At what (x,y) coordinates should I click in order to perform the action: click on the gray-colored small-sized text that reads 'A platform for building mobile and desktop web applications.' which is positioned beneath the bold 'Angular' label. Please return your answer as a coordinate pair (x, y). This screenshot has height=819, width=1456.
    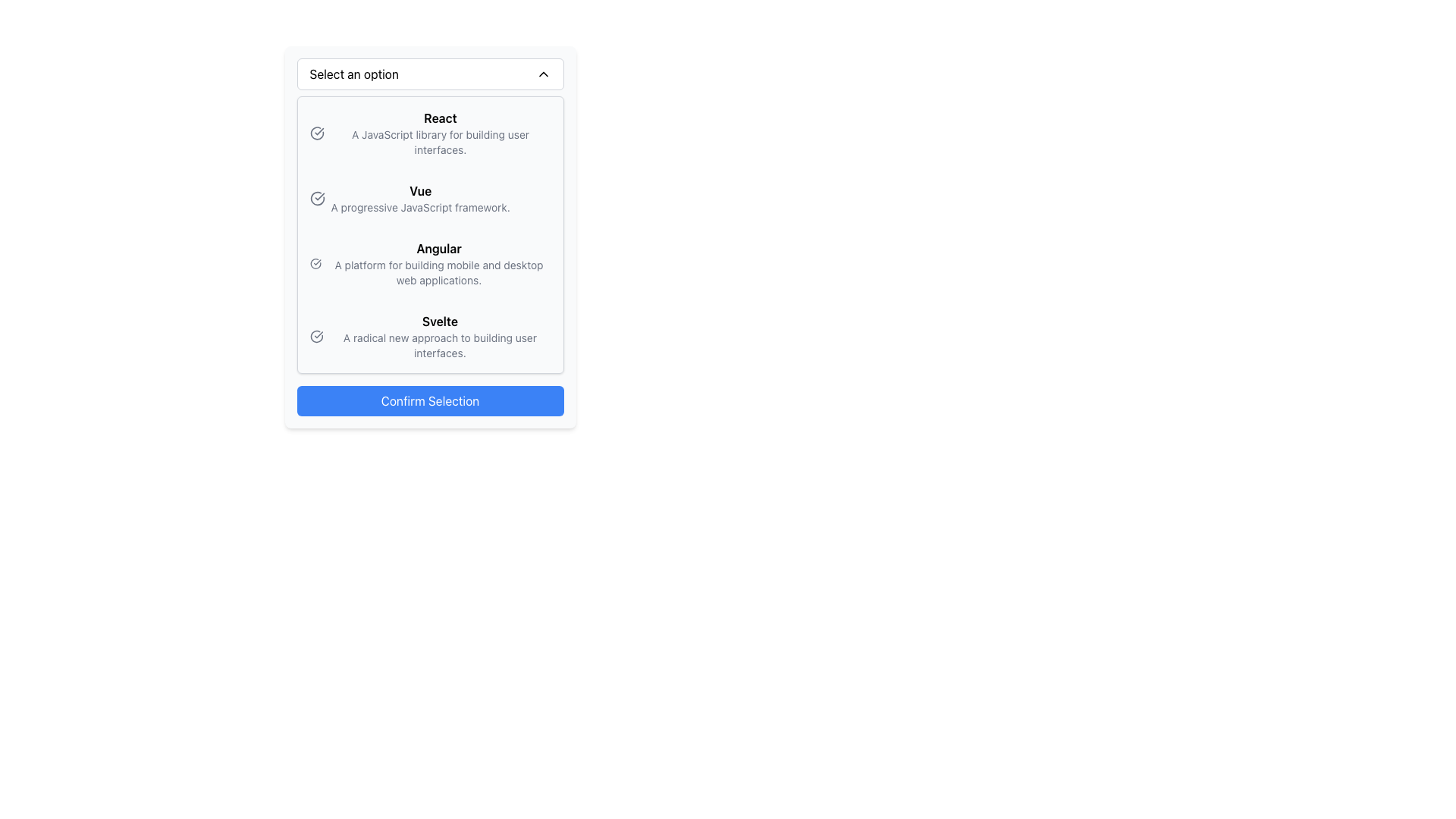
    Looking at the image, I should click on (438, 271).